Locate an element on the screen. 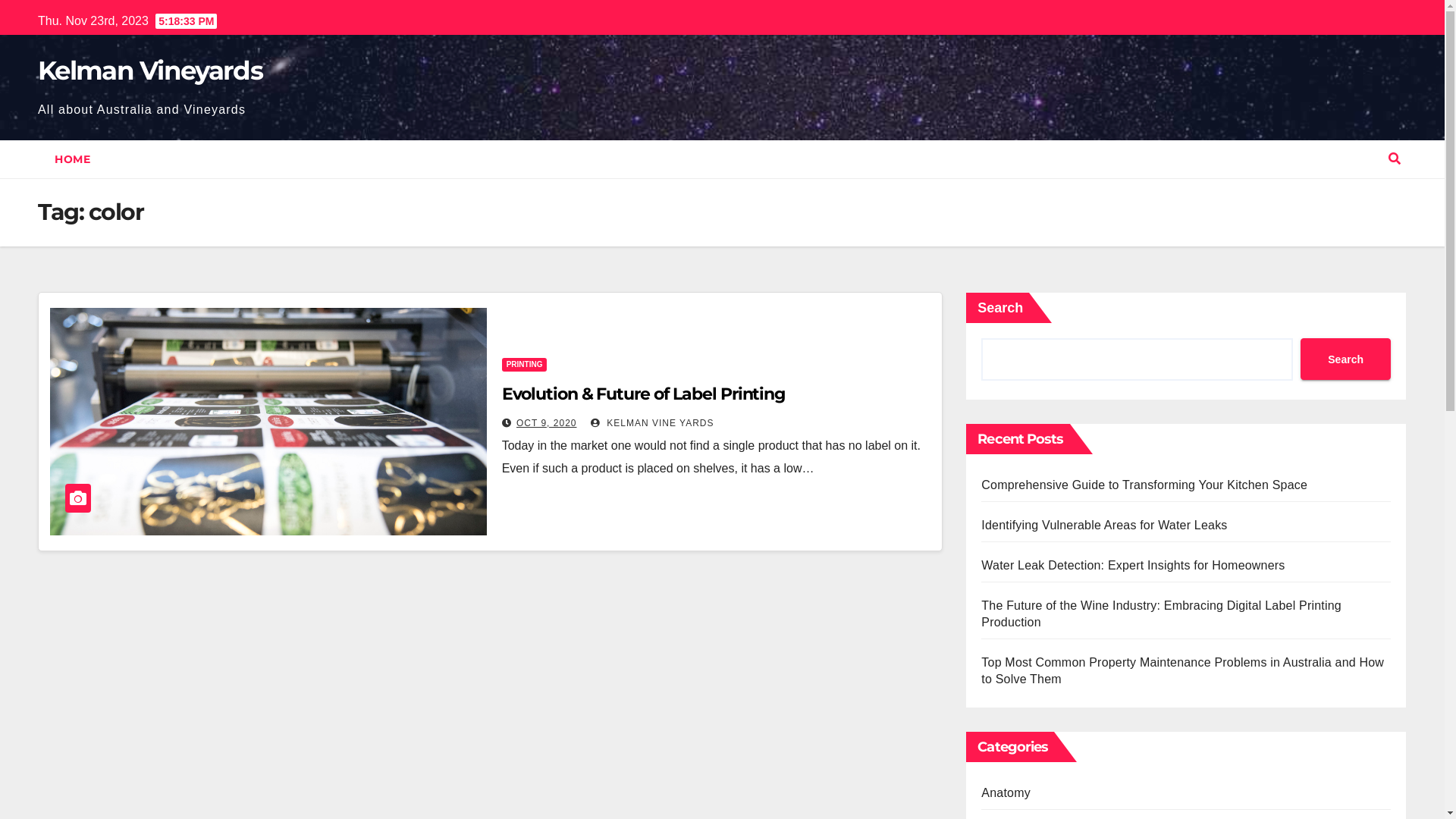 The image size is (1456, 819). 'Water Leak Detection: Expert Insights for Homeowners' is located at coordinates (1132, 565).